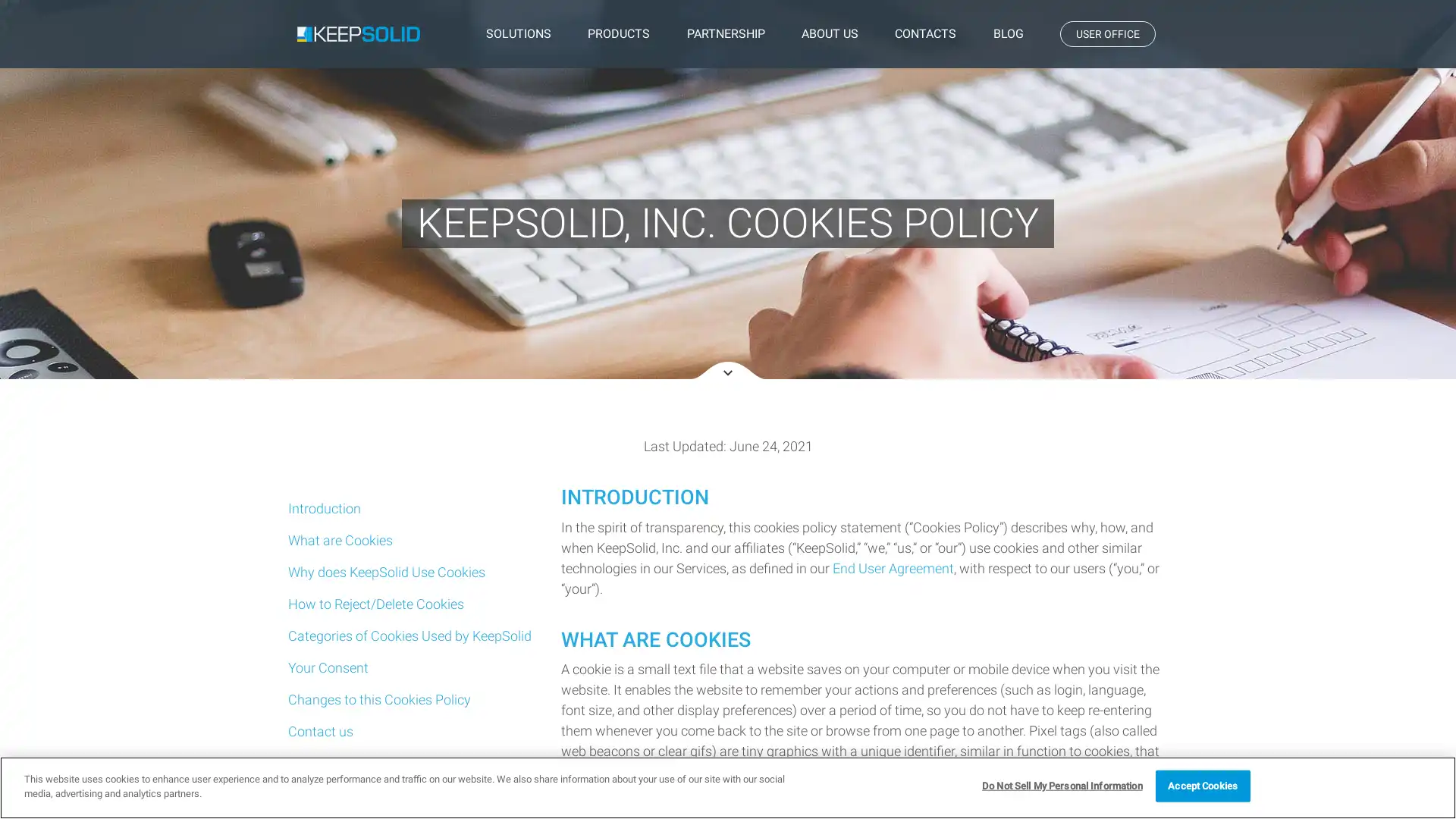 The image size is (1456, 819). What do you see at coordinates (1061, 785) in the screenshot?
I see `Do Not Sell My Personal Information` at bounding box center [1061, 785].